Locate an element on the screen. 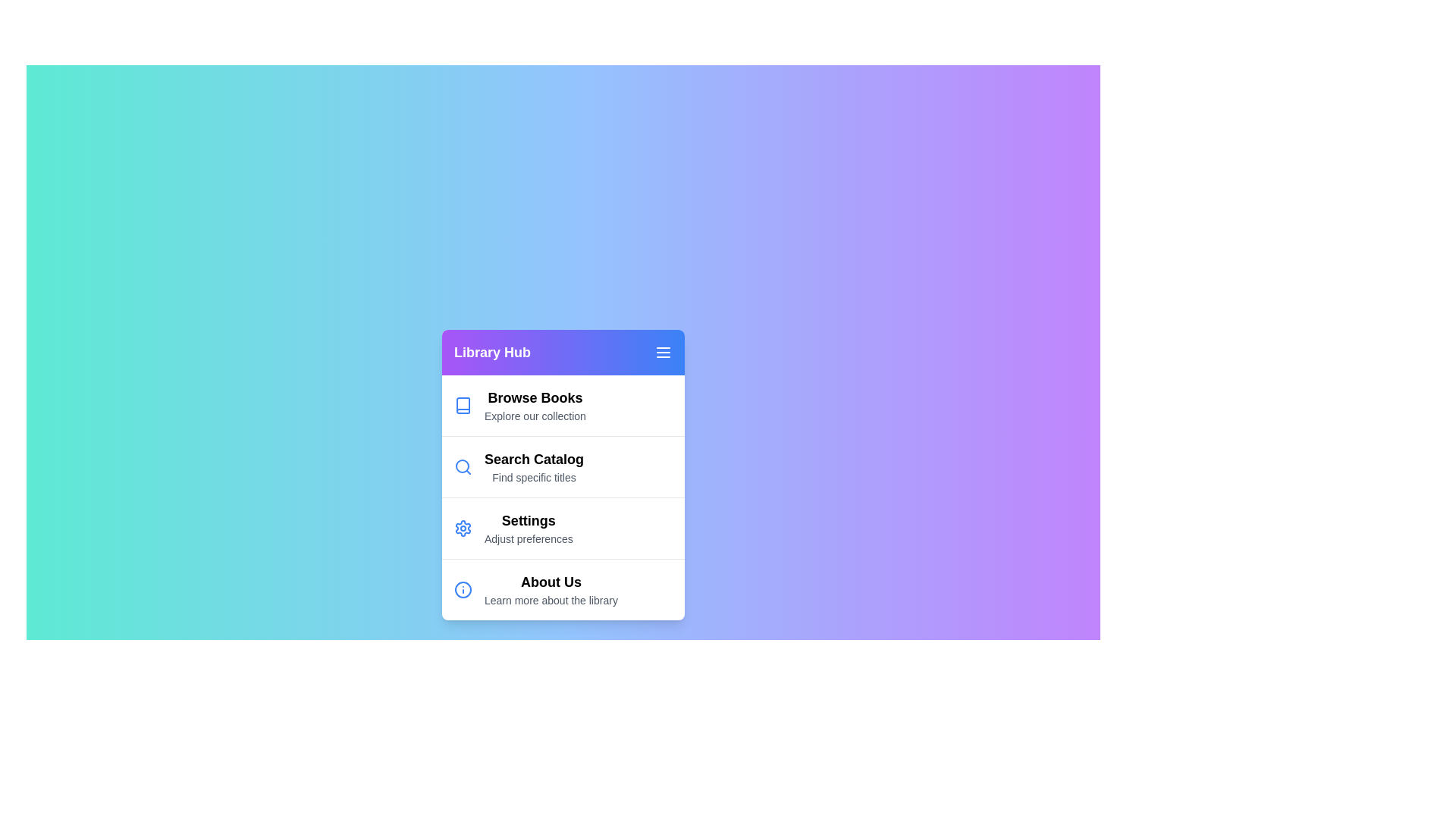 This screenshot has height=819, width=1456. the menu item About Us by clicking on it is located at coordinates (563, 588).